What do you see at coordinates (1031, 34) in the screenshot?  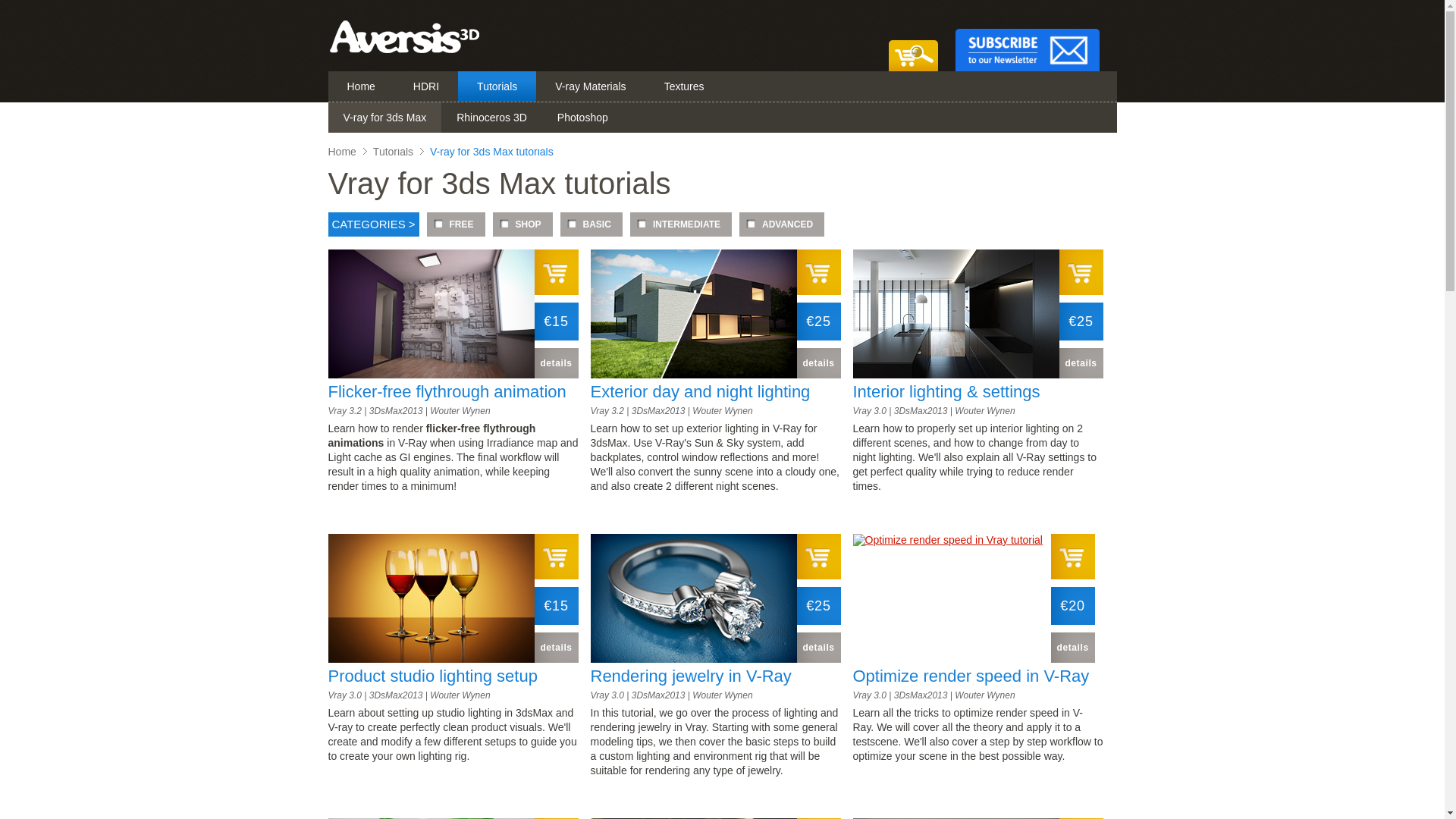 I see `'Sign up for our Newsletter'` at bounding box center [1031, 34].